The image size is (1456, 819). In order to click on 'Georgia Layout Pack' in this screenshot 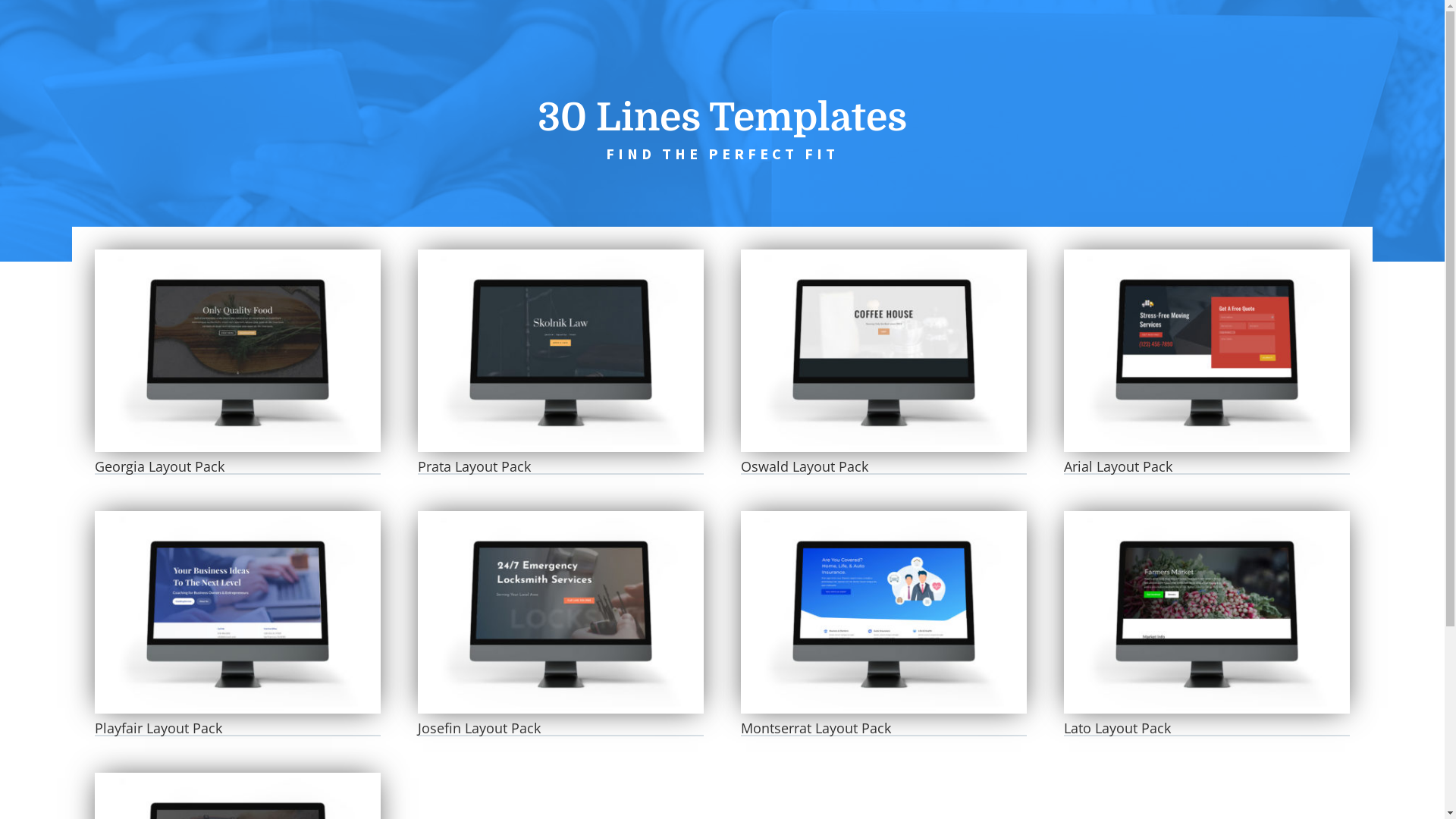, I will do `click(236, 350)`.